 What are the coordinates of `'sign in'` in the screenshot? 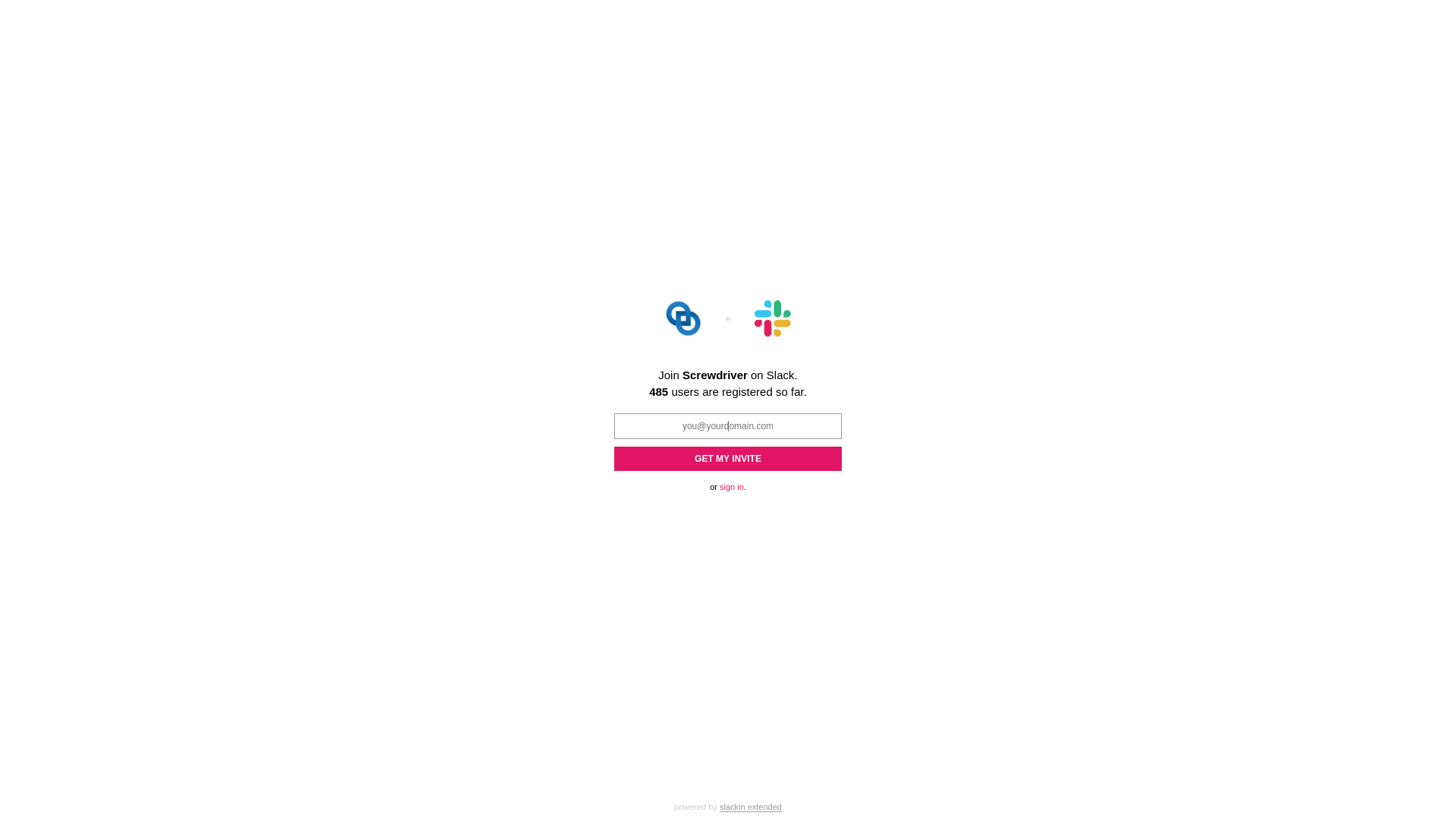 It's located at (731, 486).